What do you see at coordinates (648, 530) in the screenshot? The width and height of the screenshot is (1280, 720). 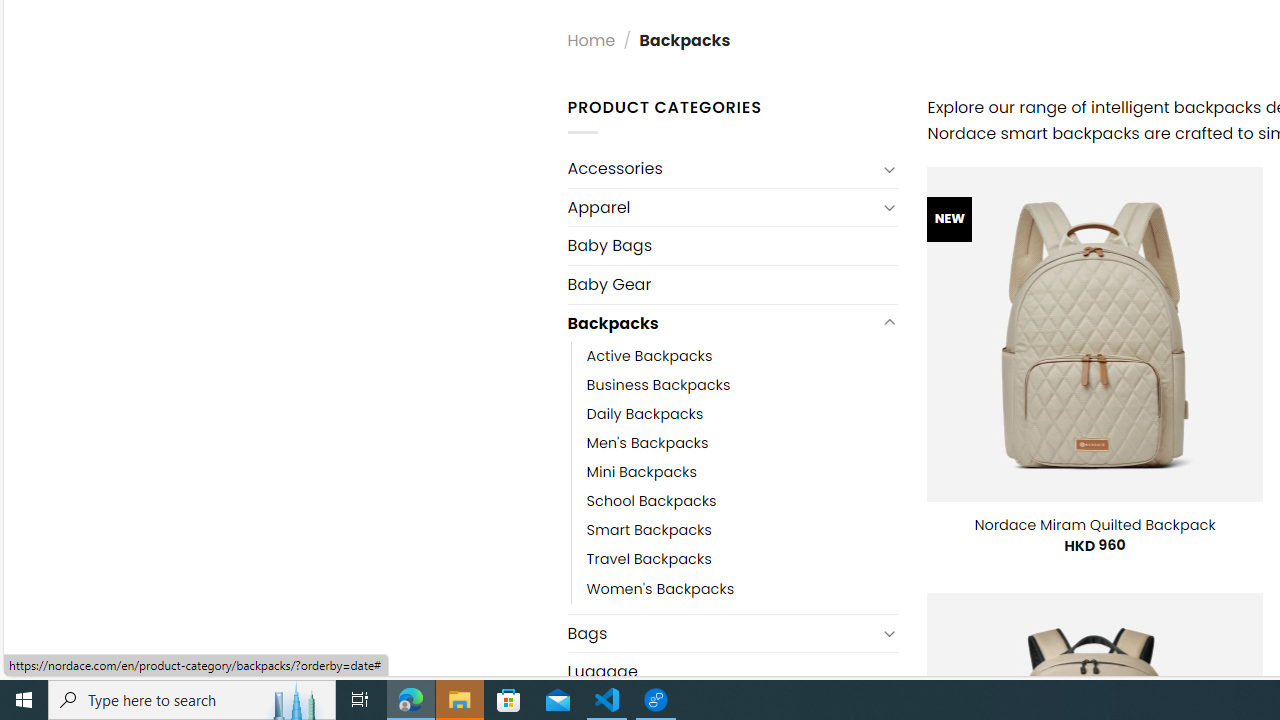 I see `'Smart Backpacks'` at bounding box center [648, 530].